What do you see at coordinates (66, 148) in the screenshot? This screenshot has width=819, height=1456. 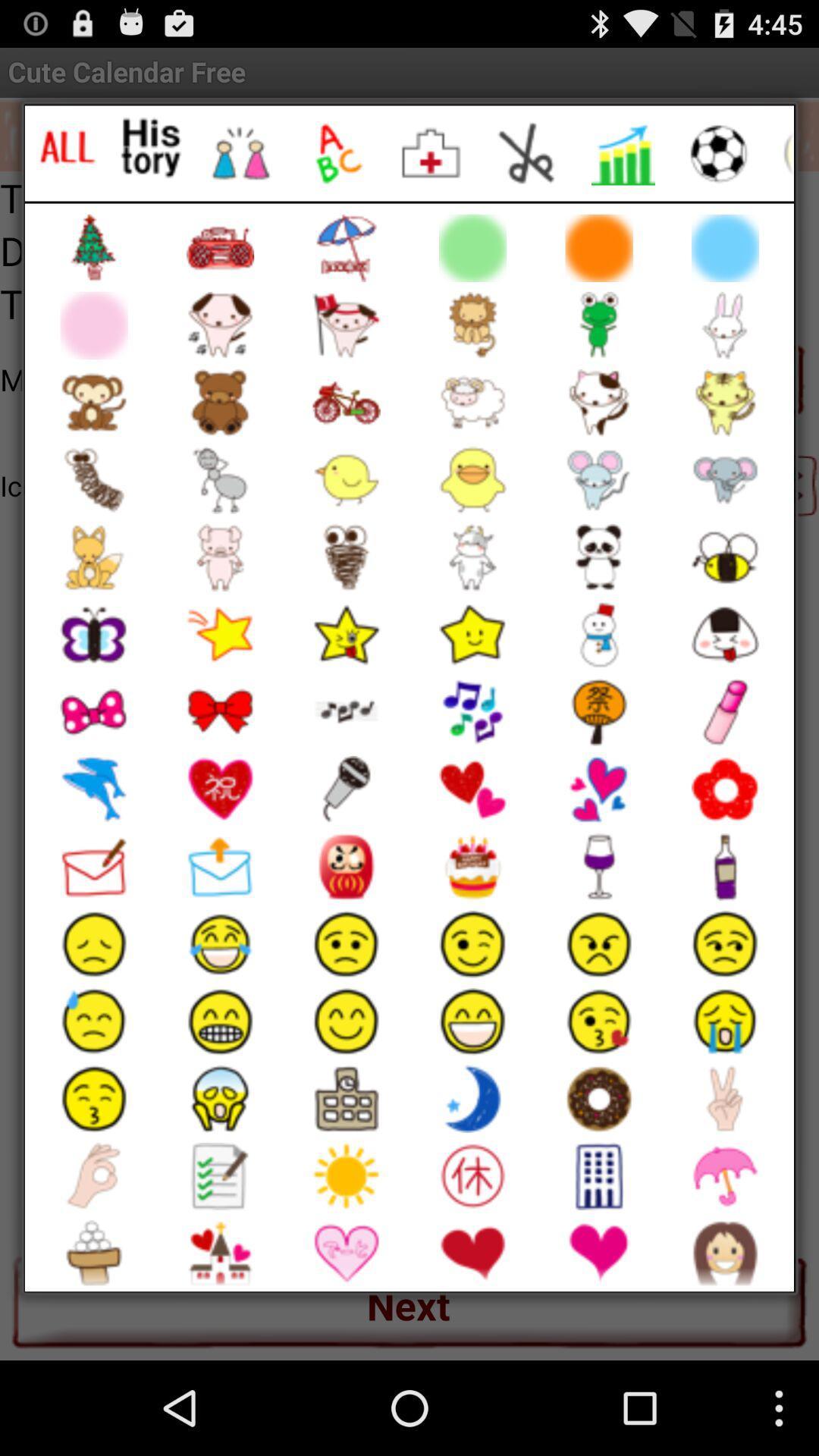 I see `see all` at bounding box center [66, 148].